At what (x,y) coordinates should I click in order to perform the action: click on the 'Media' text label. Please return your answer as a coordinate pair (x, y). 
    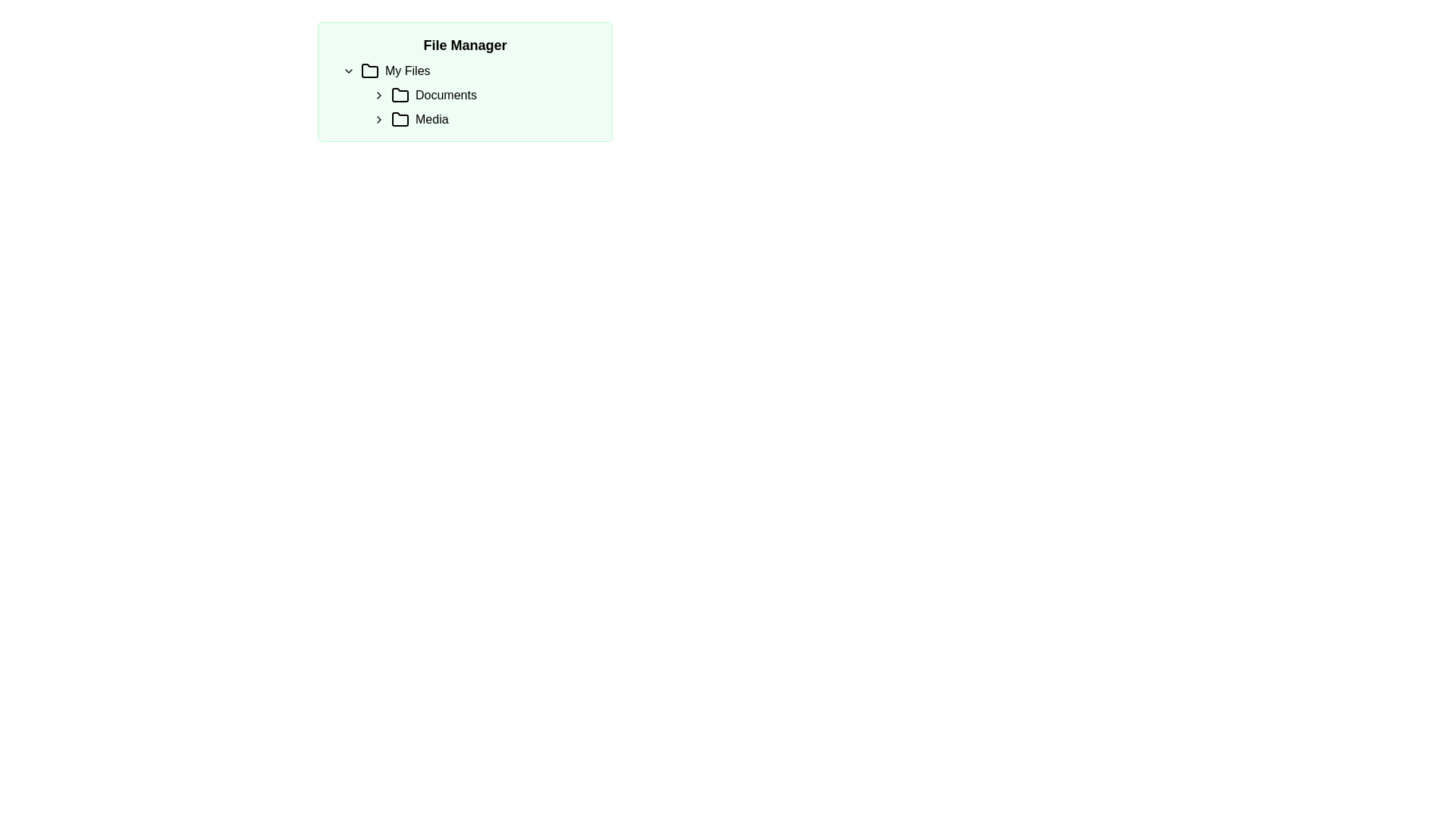
    Looking at the image, I should click on (431, 119).